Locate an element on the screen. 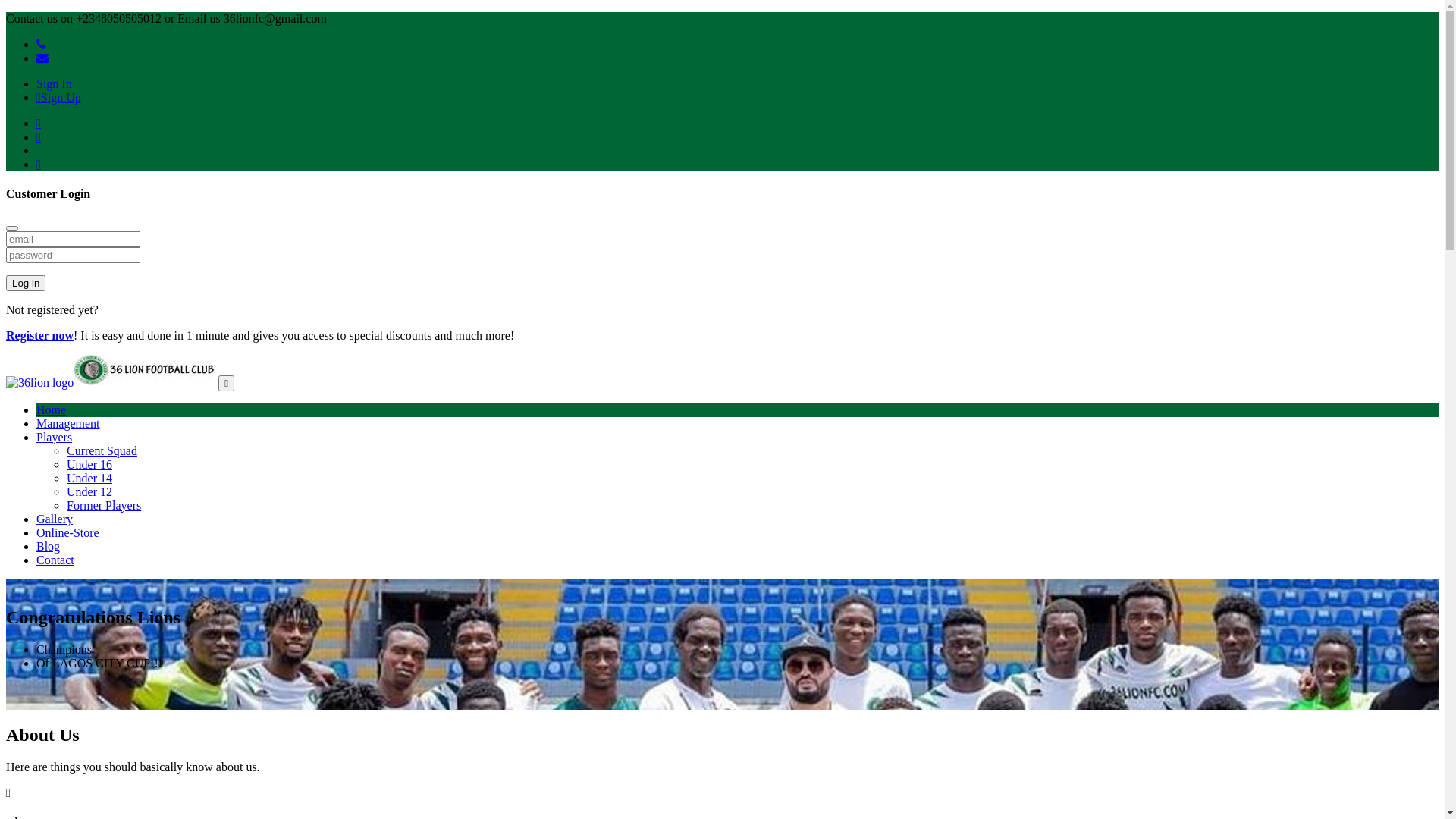  'Gallery' is located at coordinates (55, 518).